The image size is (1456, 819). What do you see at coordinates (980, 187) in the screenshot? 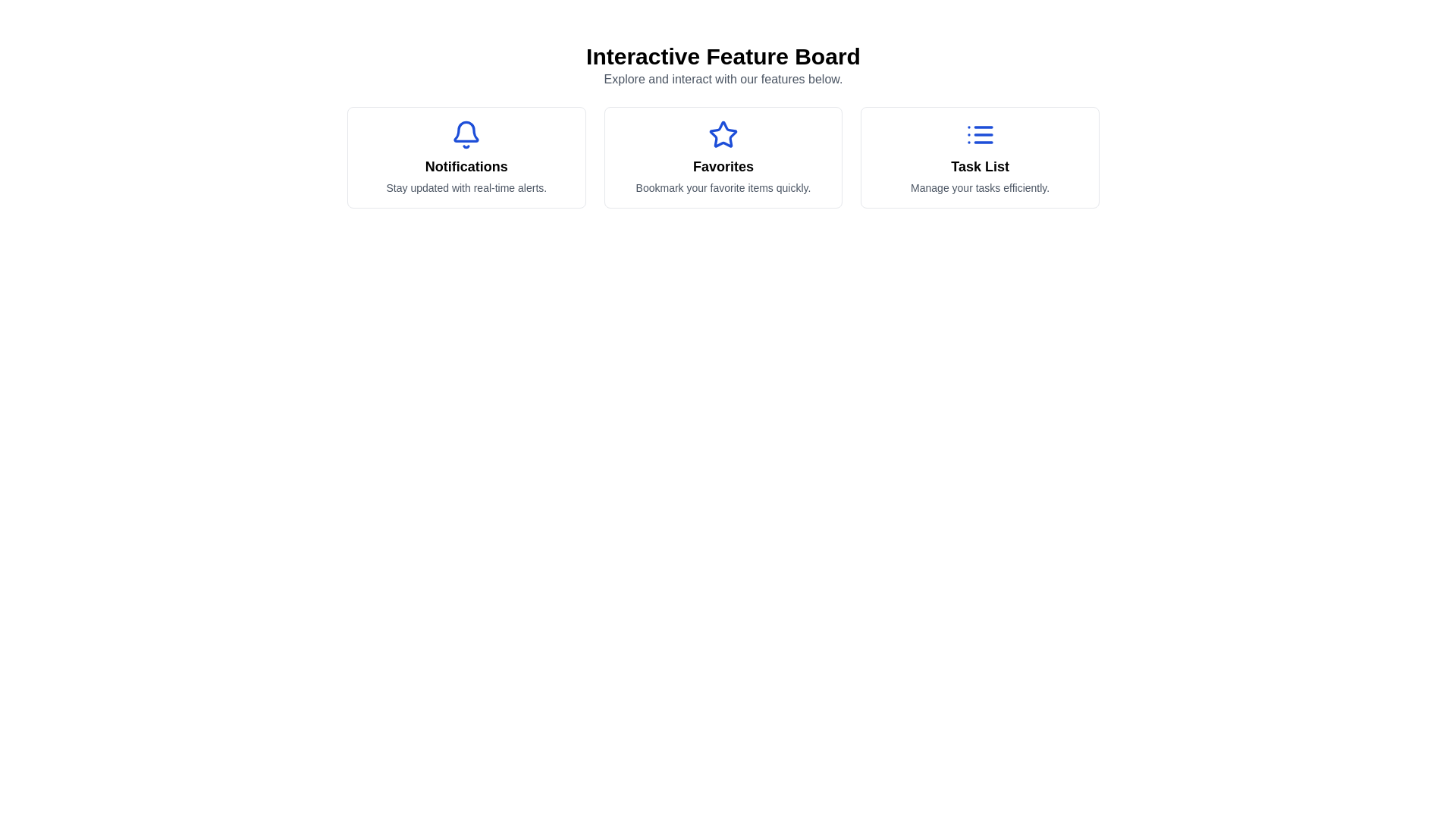
I see `the text component displaying 'Manage your tasks efficiently.' which is gray, center-aligned, and located beneath the 'Task List' title within the 'Task List' group` at bounding box center [980, 187].